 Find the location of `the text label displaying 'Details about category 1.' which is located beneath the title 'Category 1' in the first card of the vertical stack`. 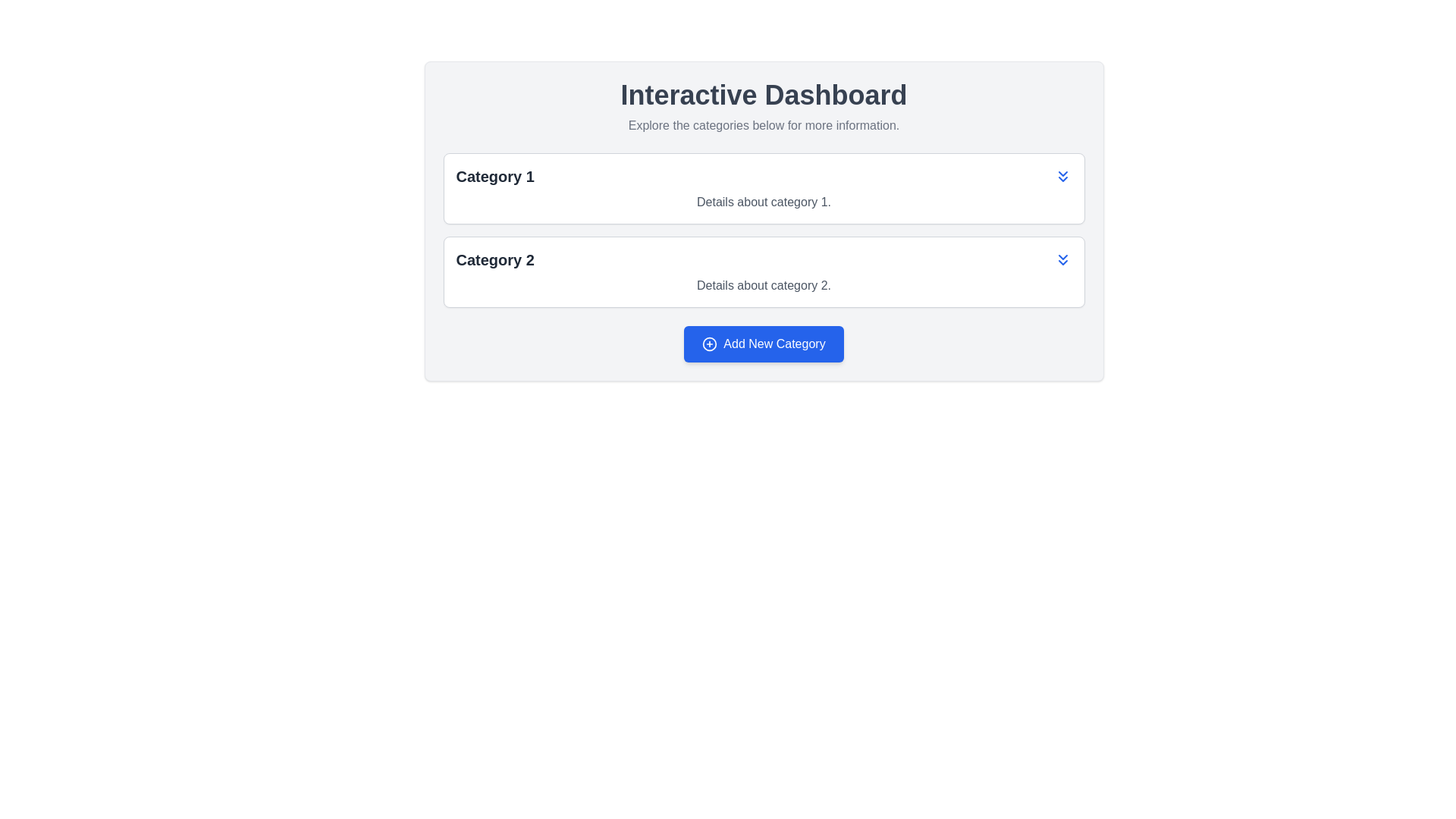

the text label displaying 'Details about category 1.' which is located beneath the title 'Category 1' in the first card of the vertical stack is located at coordinates (764, 201).